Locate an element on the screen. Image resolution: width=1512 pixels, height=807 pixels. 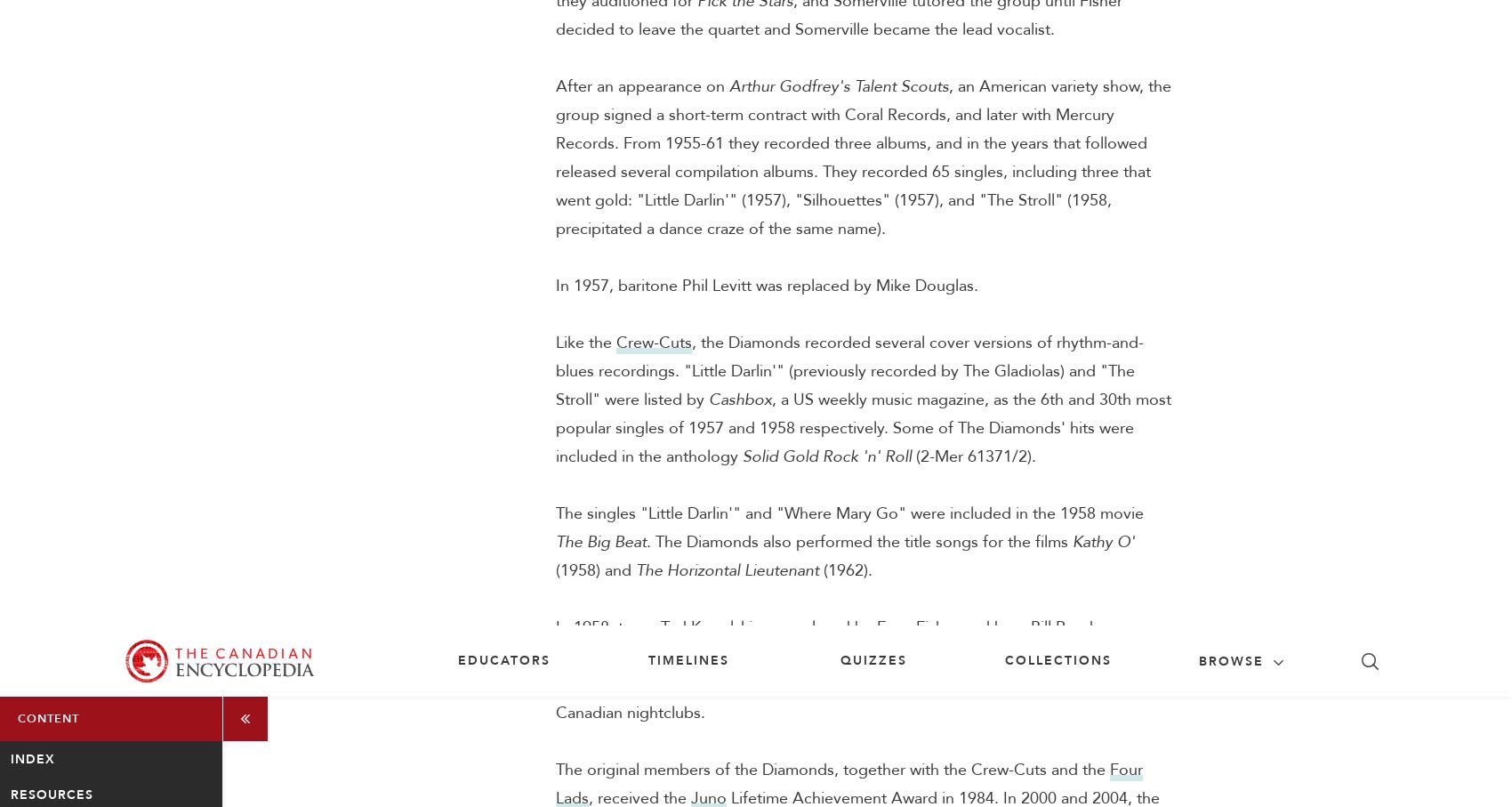
'Citizenship challenge' is located at coordinates (1182, 779).